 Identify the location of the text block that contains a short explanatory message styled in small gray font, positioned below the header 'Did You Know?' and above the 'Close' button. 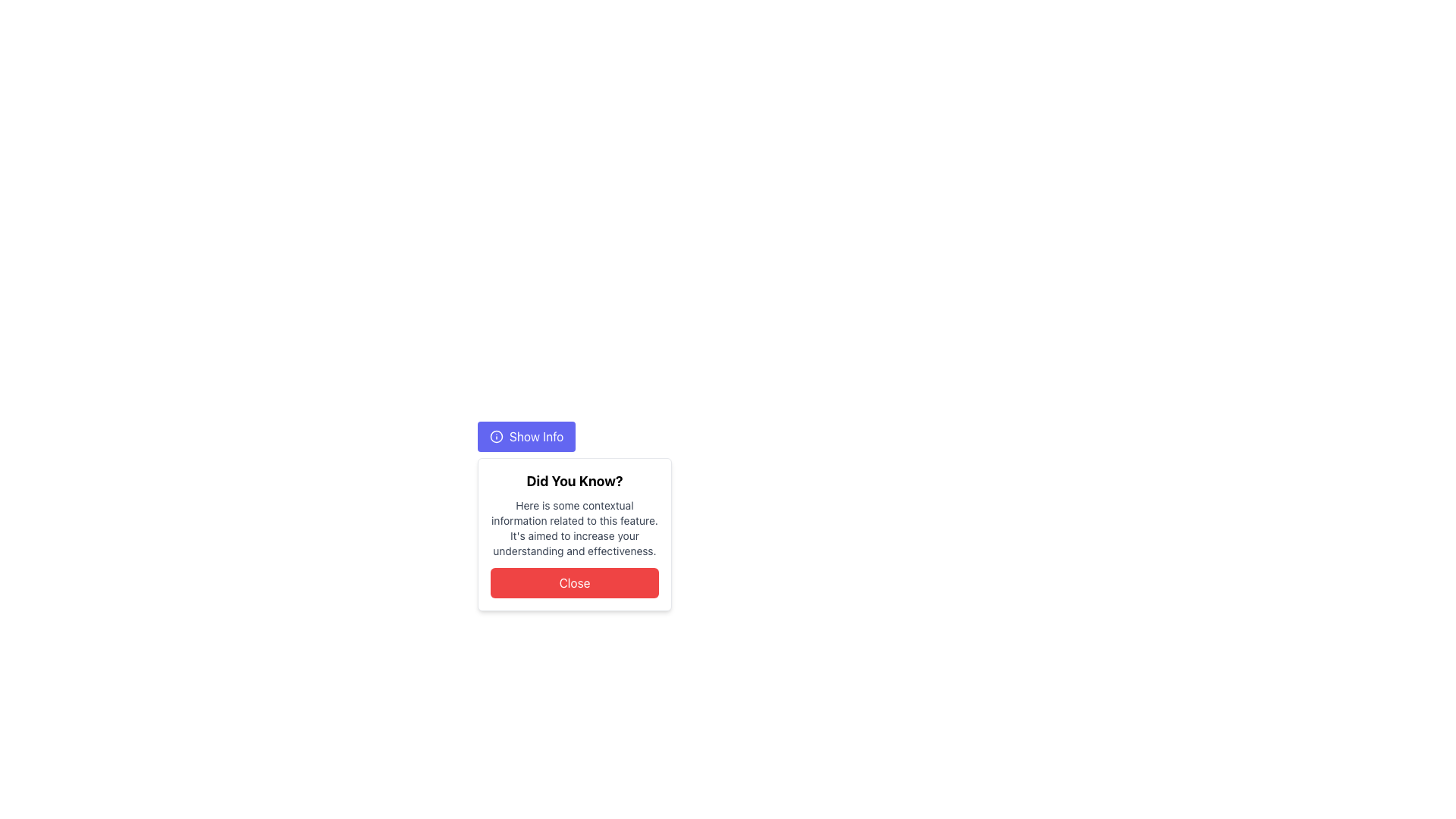
(574, 528).